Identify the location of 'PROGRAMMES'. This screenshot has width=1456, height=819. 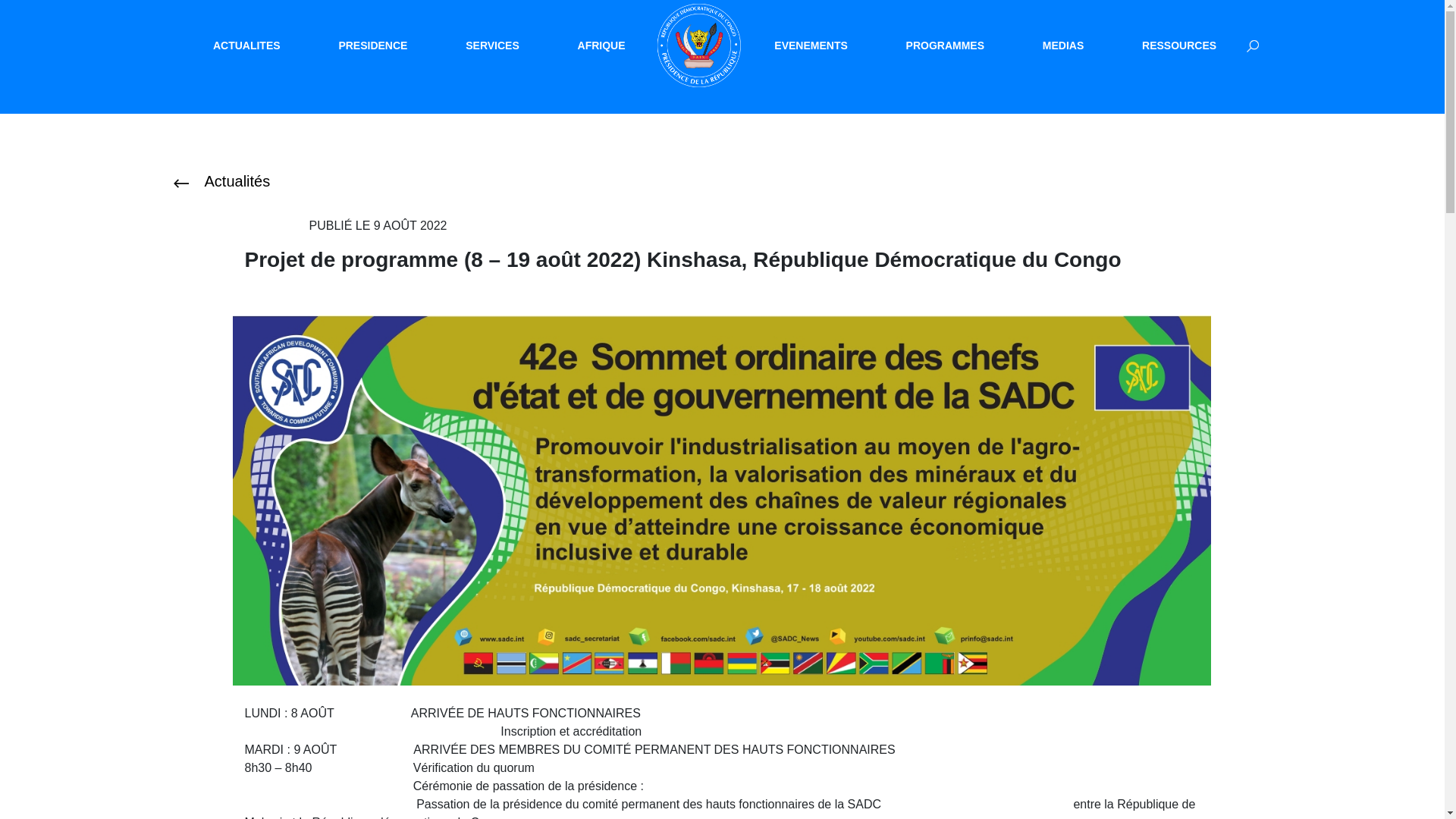
(906, 45).